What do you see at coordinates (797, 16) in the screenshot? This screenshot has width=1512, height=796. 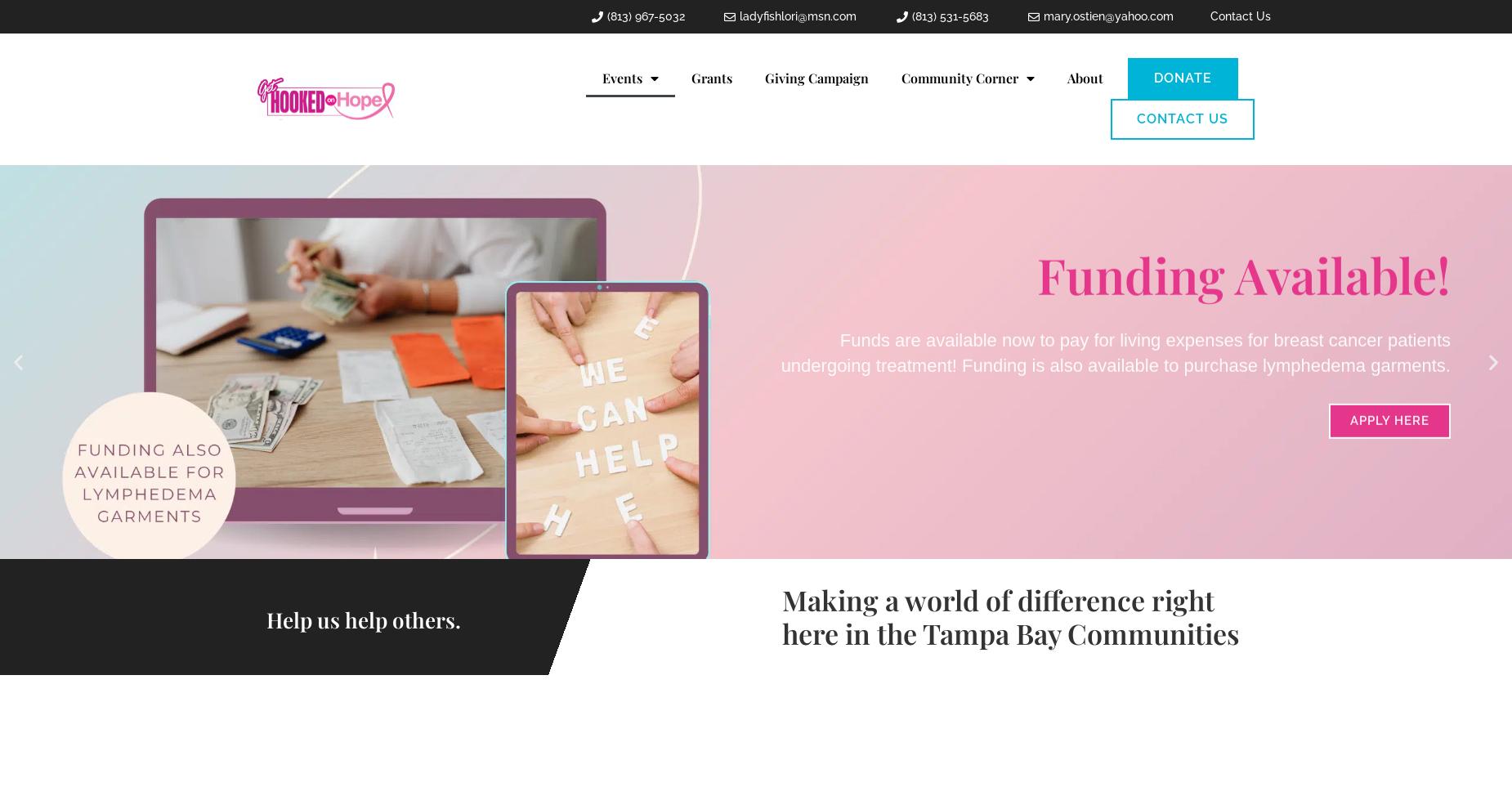 I see `'ladyfishlori@msn.com'` at bounding box center [797, 16].